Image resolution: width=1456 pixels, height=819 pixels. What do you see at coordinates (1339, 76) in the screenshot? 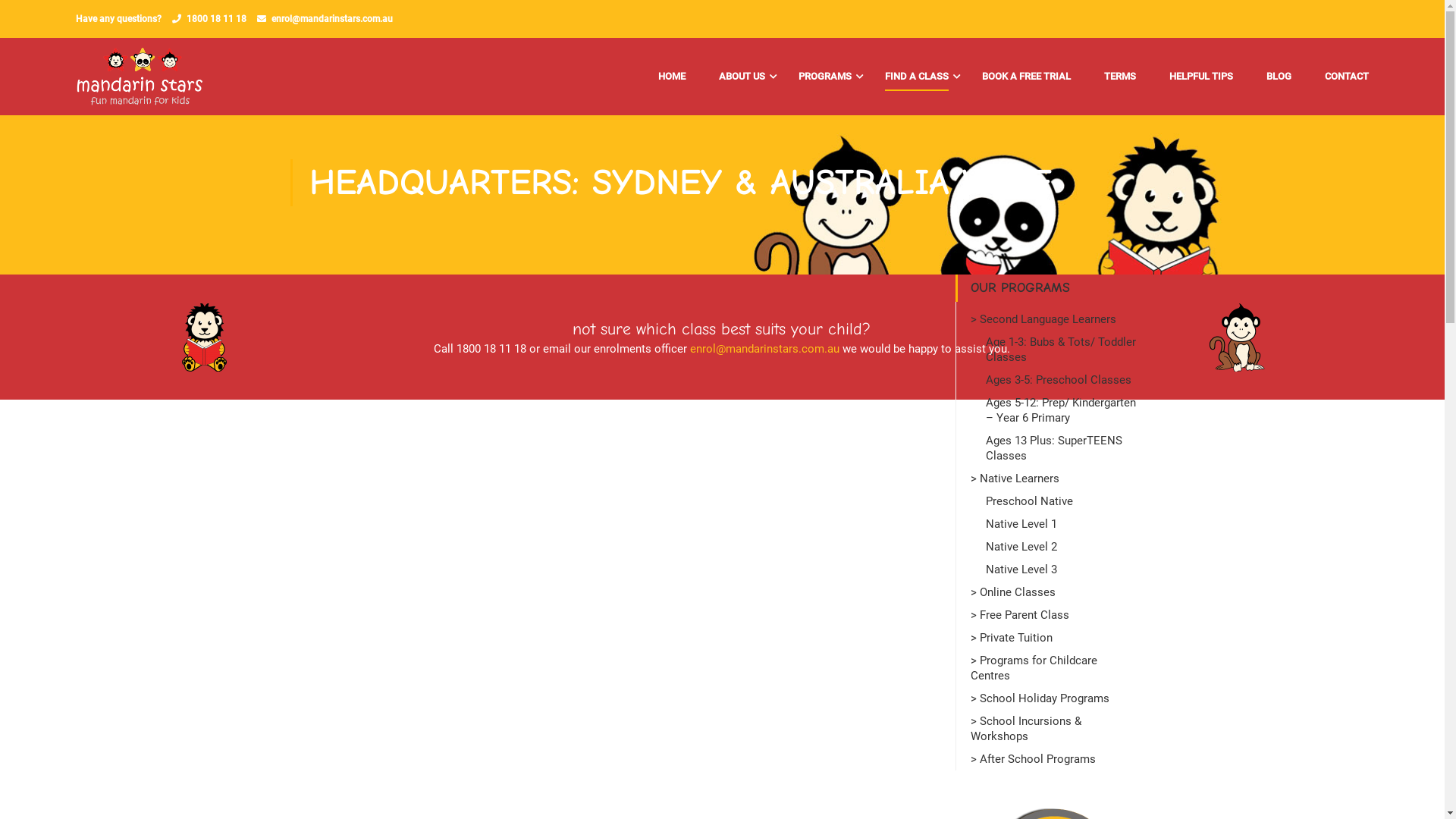
I see `'CONTACT'` at bounding box center [1339, 76].